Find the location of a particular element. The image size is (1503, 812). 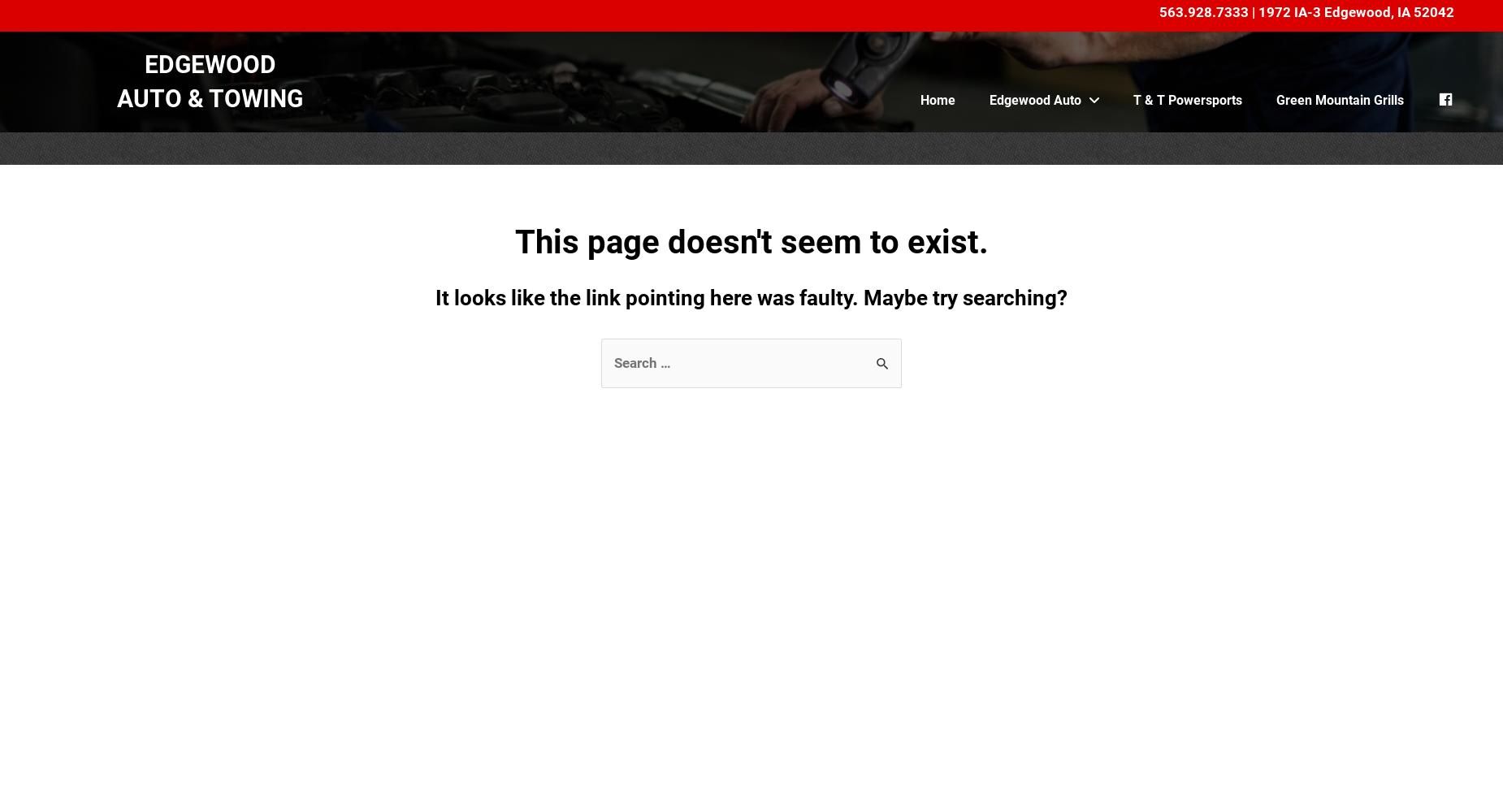

'| 1972 IA-3 Edgewood, IA 52042' is located at coordinates (1351, 12).